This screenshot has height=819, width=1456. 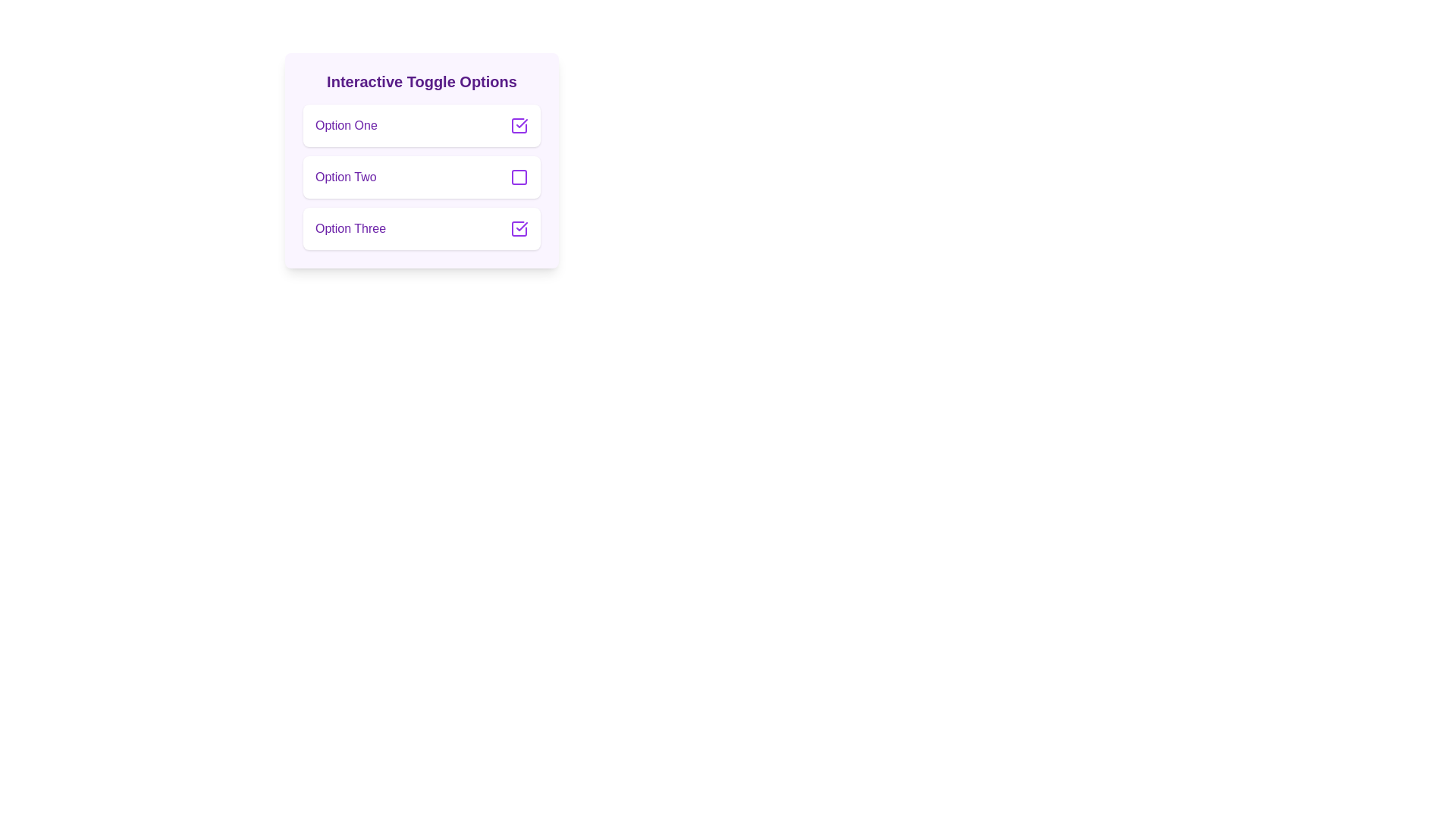 I want to click on the interactive checkbox with a checkmark icon located to the right of the label 'Option Three' in the 'Interactive Toggle Options' list, so click(x=519, y=228).